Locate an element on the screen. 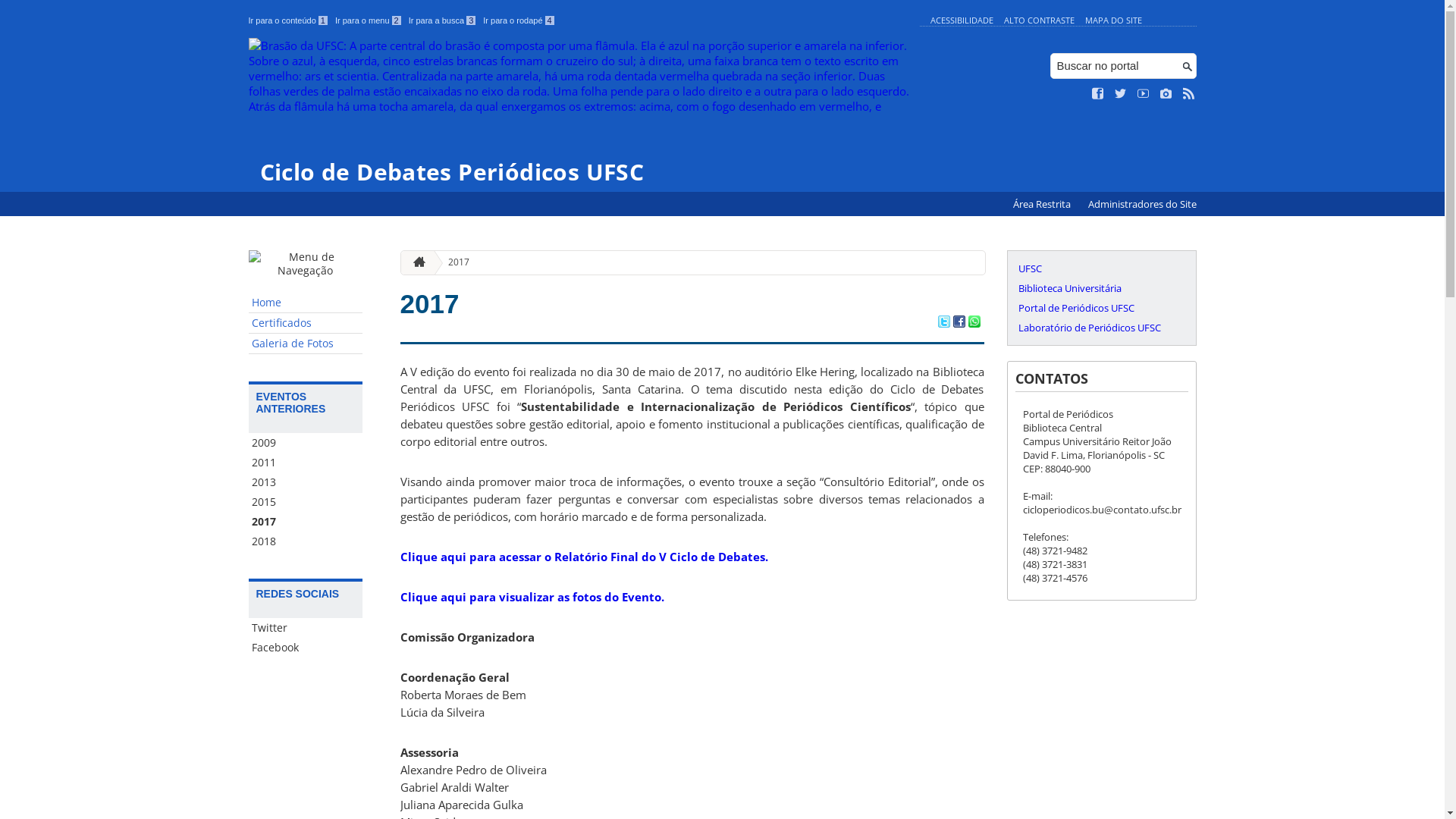  'Veja no Instagram' is located at coordinates (1165, 93).